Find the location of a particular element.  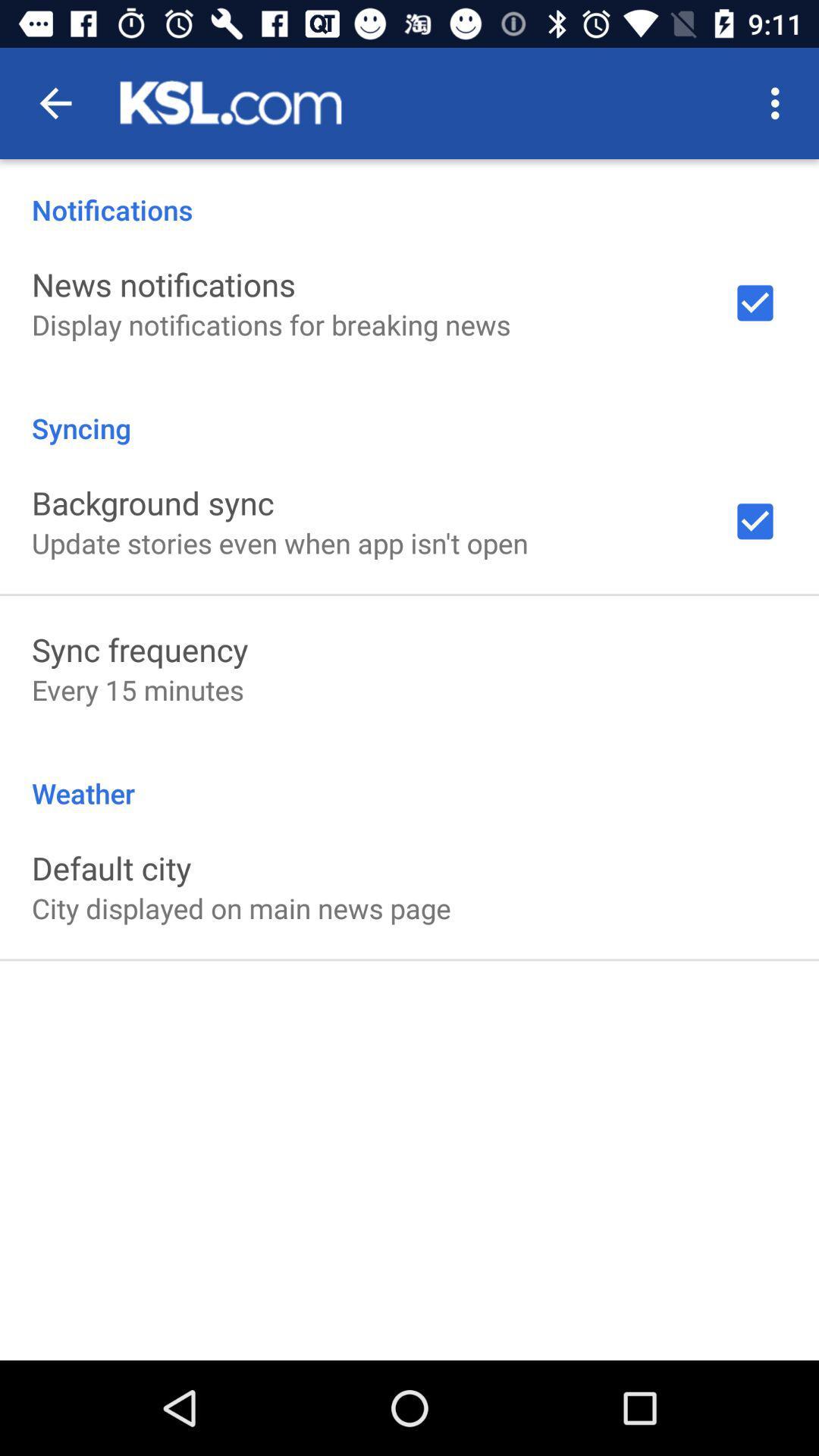

the city displayed on item is located at coordinates (240, 908).